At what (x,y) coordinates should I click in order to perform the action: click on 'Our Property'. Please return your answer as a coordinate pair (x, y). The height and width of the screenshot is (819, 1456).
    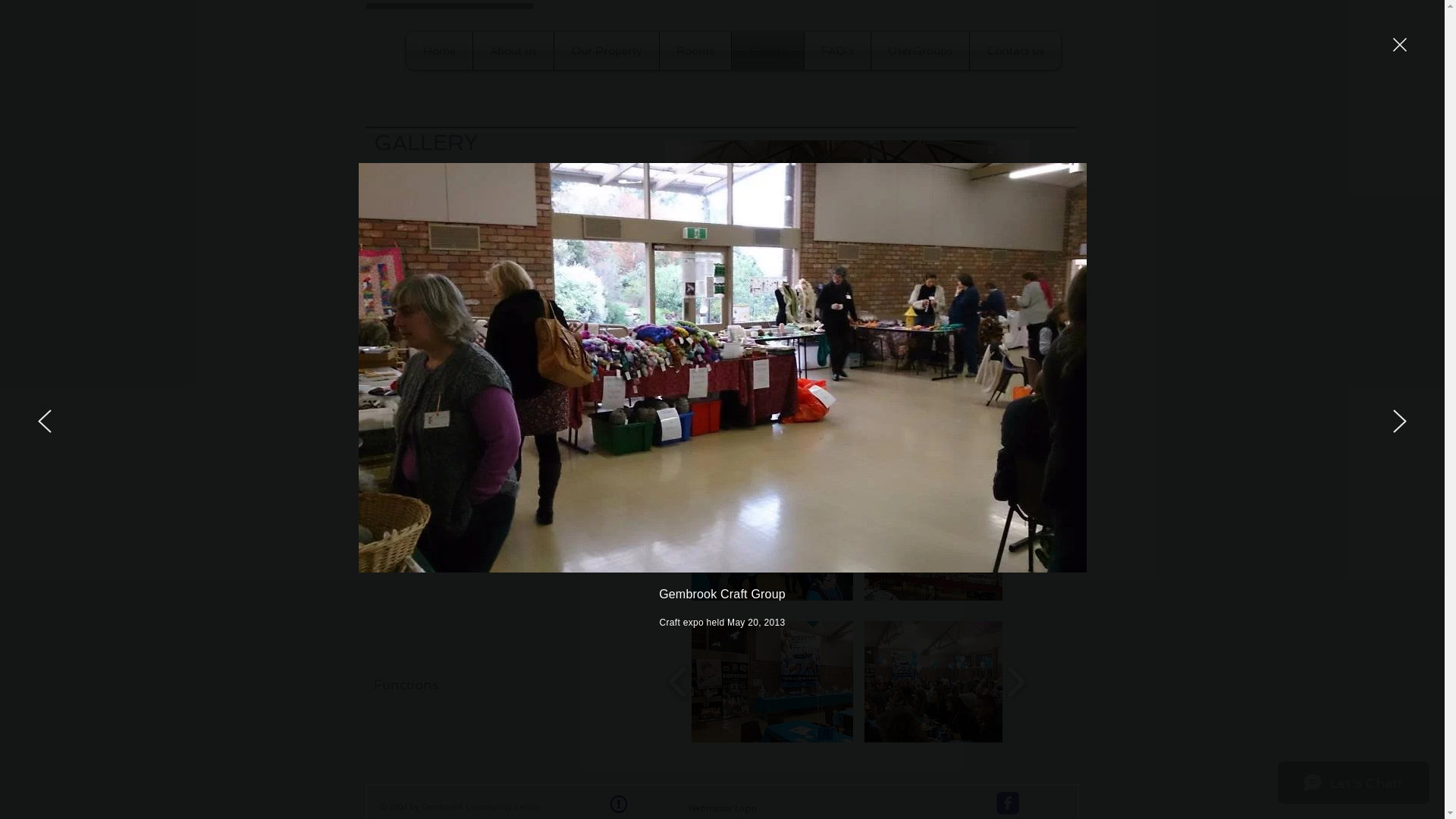
    Looking at the image, I should click on (604, 49).